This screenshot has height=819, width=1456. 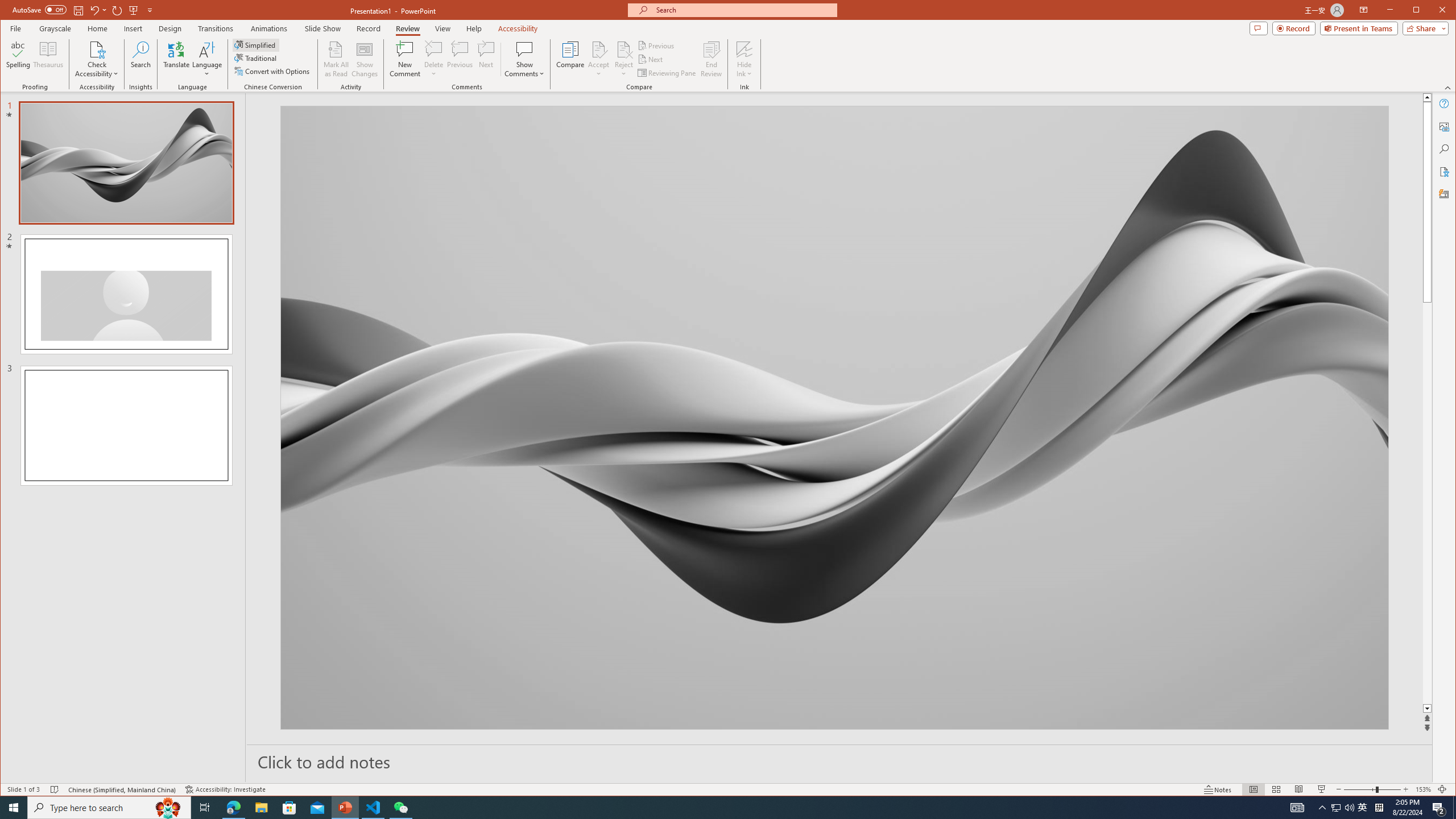 What do you see at coordinates (651, 59) in the screenshot?
I see `'Next'` at bounding box center [651, 59].